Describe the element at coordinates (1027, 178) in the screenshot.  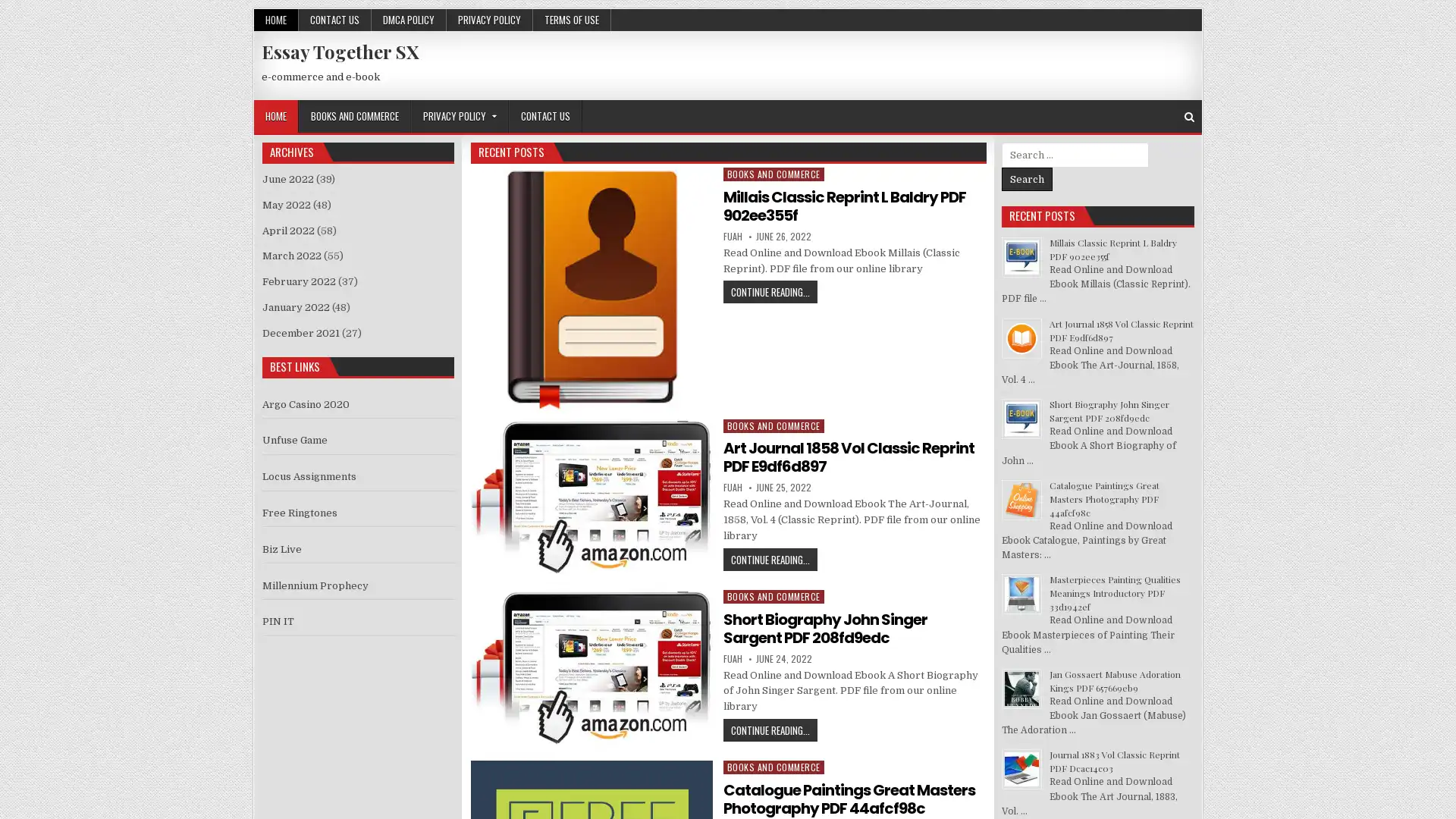
I see `Search` at that location.